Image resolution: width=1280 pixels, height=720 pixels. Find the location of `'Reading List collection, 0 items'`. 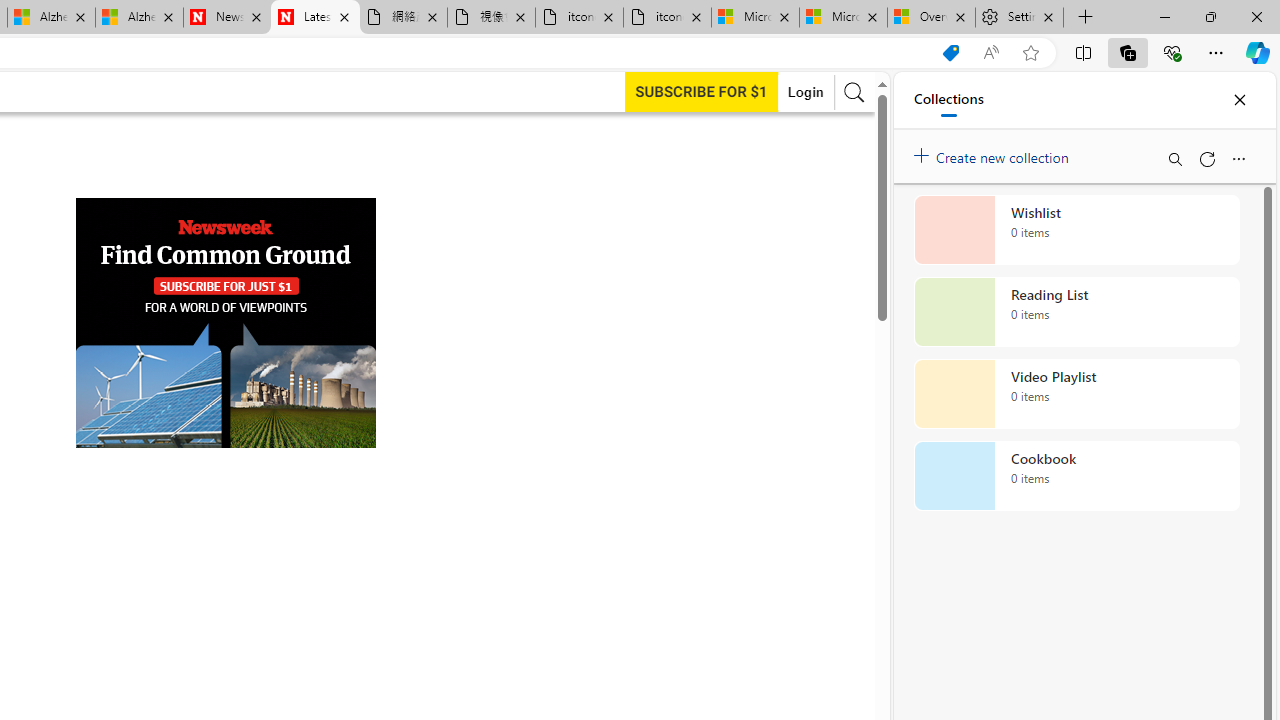

'Reading List collection, 0 items' is located at coordinates (1076, 312).